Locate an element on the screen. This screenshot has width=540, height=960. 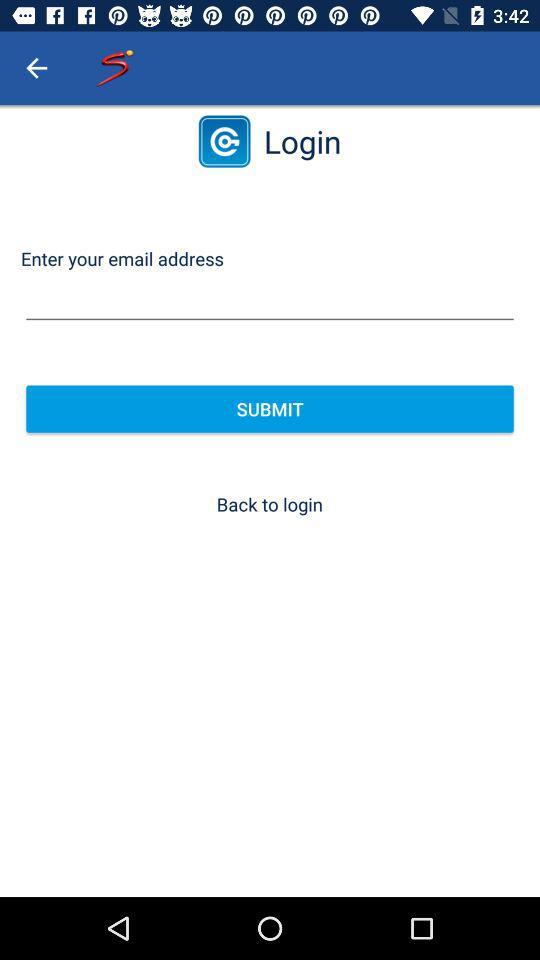
item below enter your email item is located at coordinates (270, 299).